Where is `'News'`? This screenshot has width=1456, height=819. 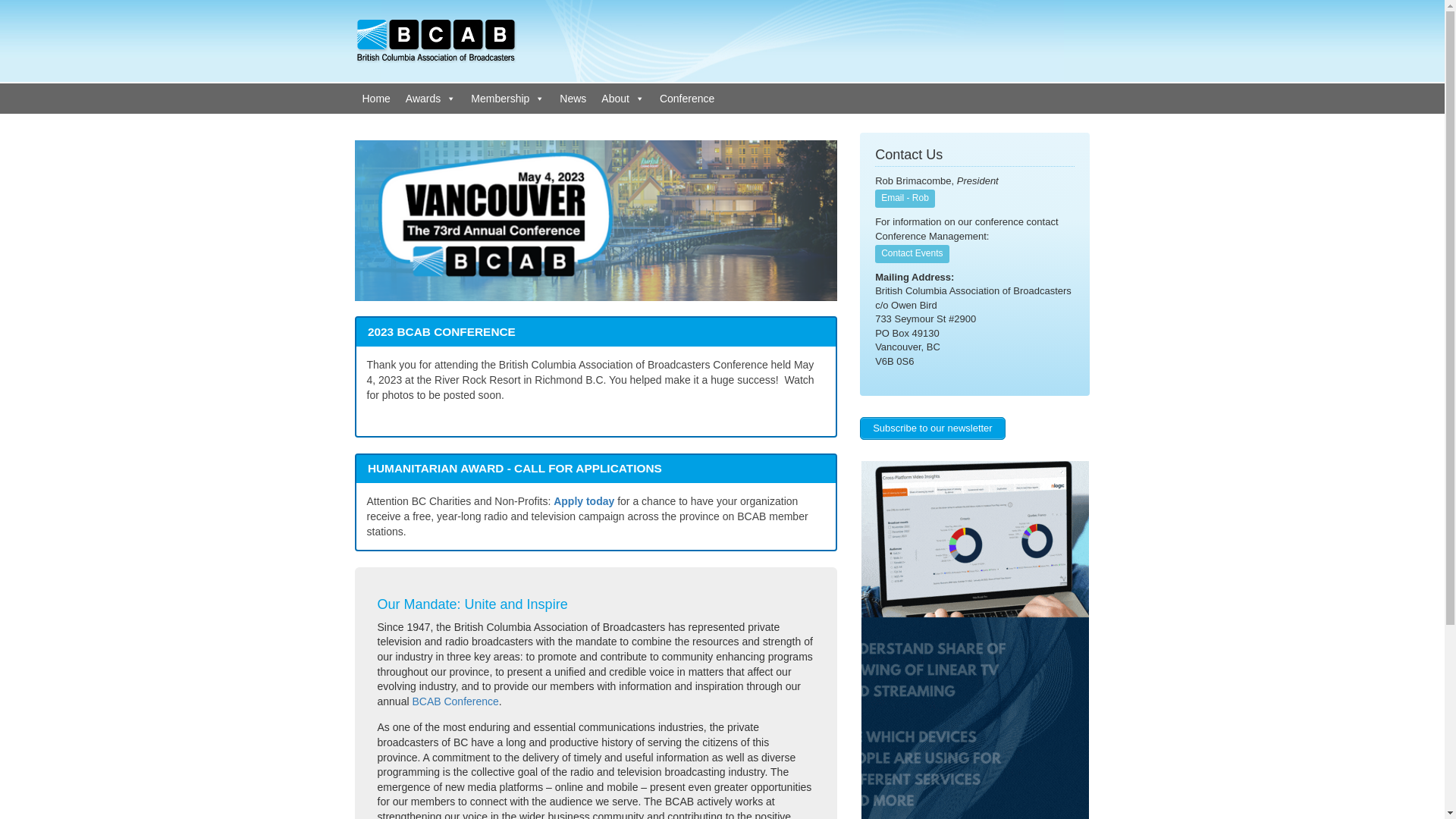 'News' is located at coordinates (551, 99).